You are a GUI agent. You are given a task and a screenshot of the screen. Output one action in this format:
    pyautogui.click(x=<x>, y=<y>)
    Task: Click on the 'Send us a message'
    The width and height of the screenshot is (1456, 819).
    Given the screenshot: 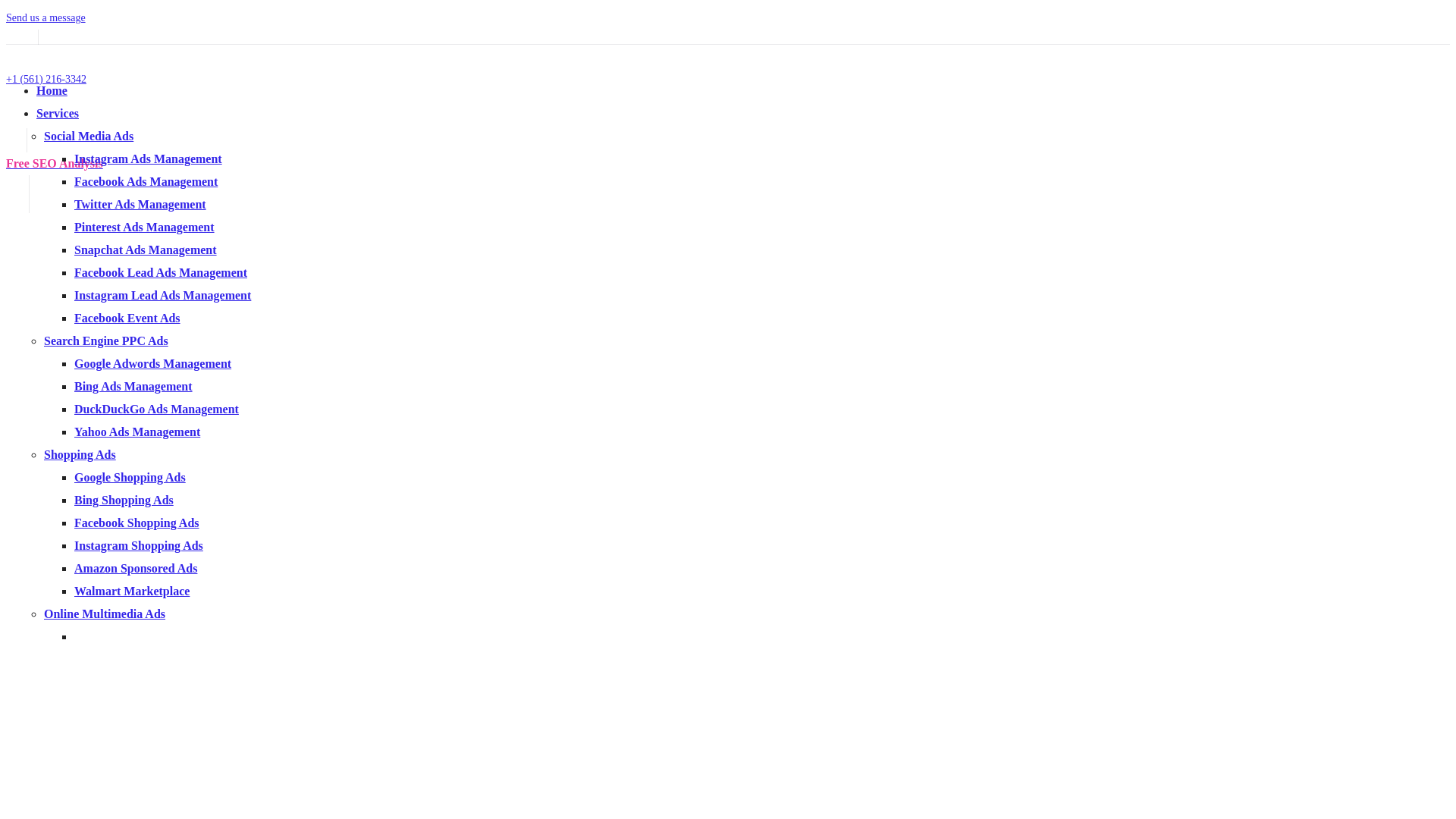 What is the action you would take?
    pyautogui.click(x=45, y=17)
    